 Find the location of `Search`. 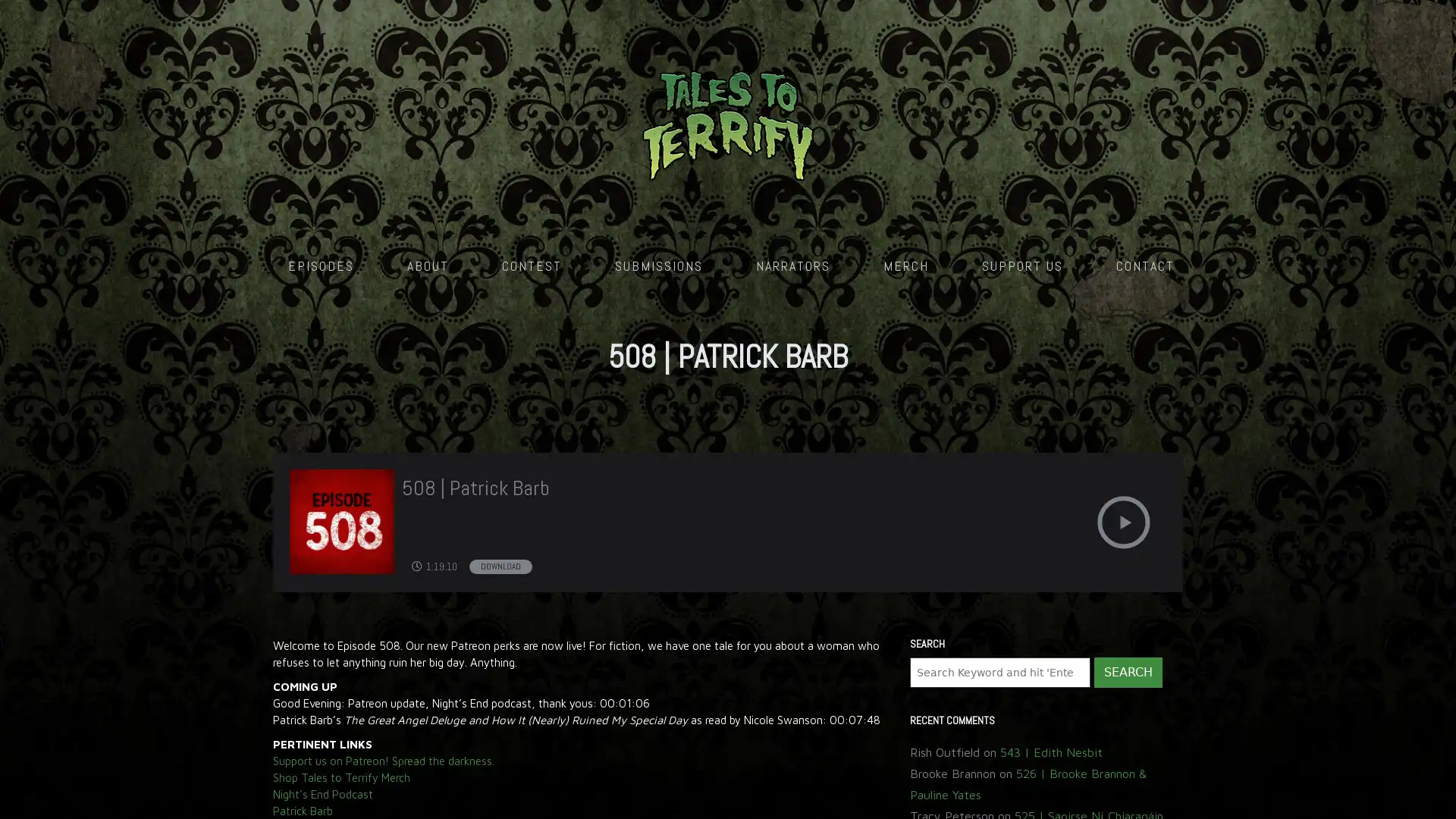

Search is located at coordinates (1128, 350).